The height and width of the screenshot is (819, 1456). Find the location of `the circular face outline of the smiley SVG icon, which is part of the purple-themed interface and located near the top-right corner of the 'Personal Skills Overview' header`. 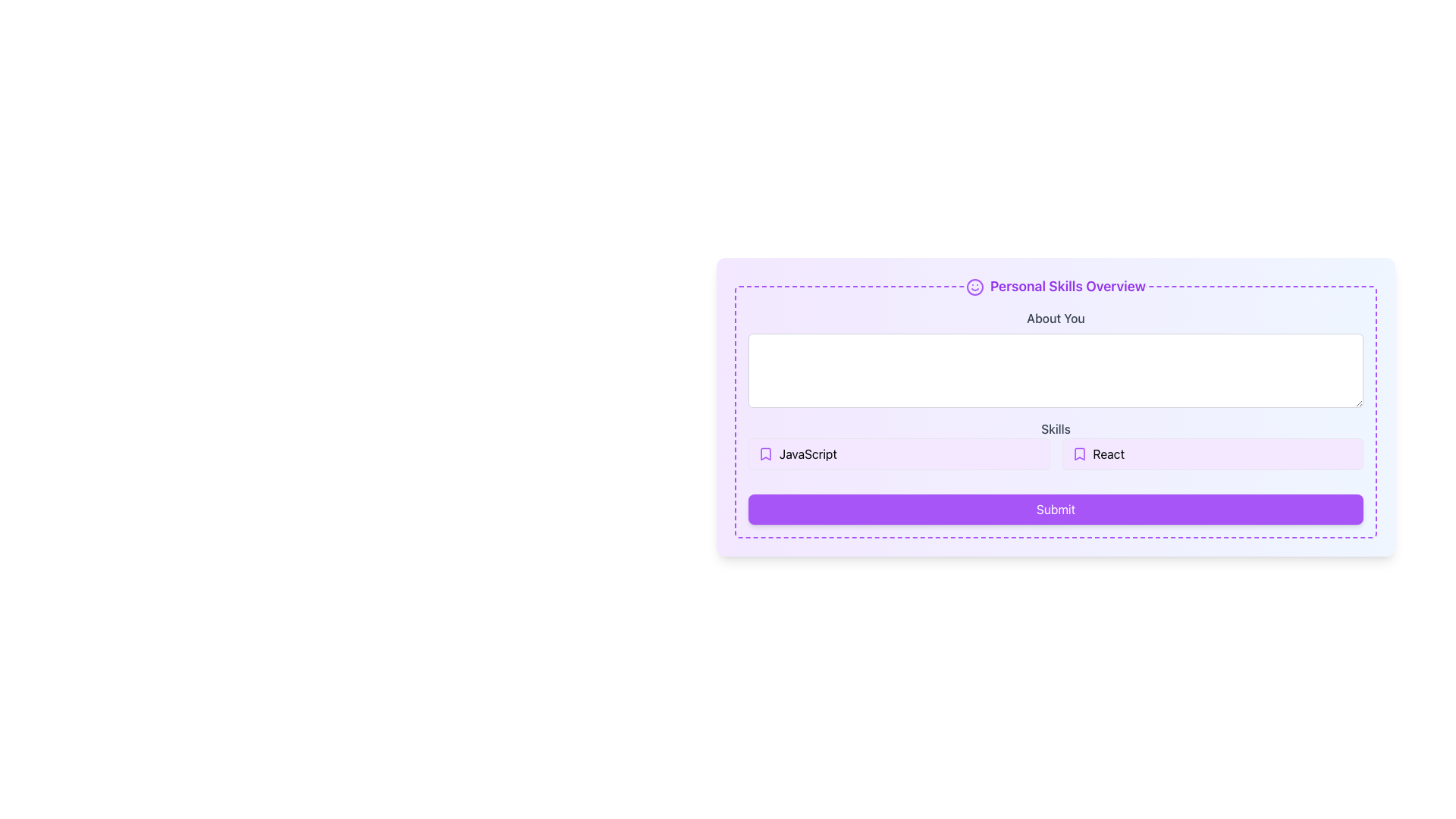

the circular face outline of the smiley SVG icon, which is part of the purple-themed interface and located near the top-right corner of the 'Personal Skills Overview' header is located at coordinates (975, 287).